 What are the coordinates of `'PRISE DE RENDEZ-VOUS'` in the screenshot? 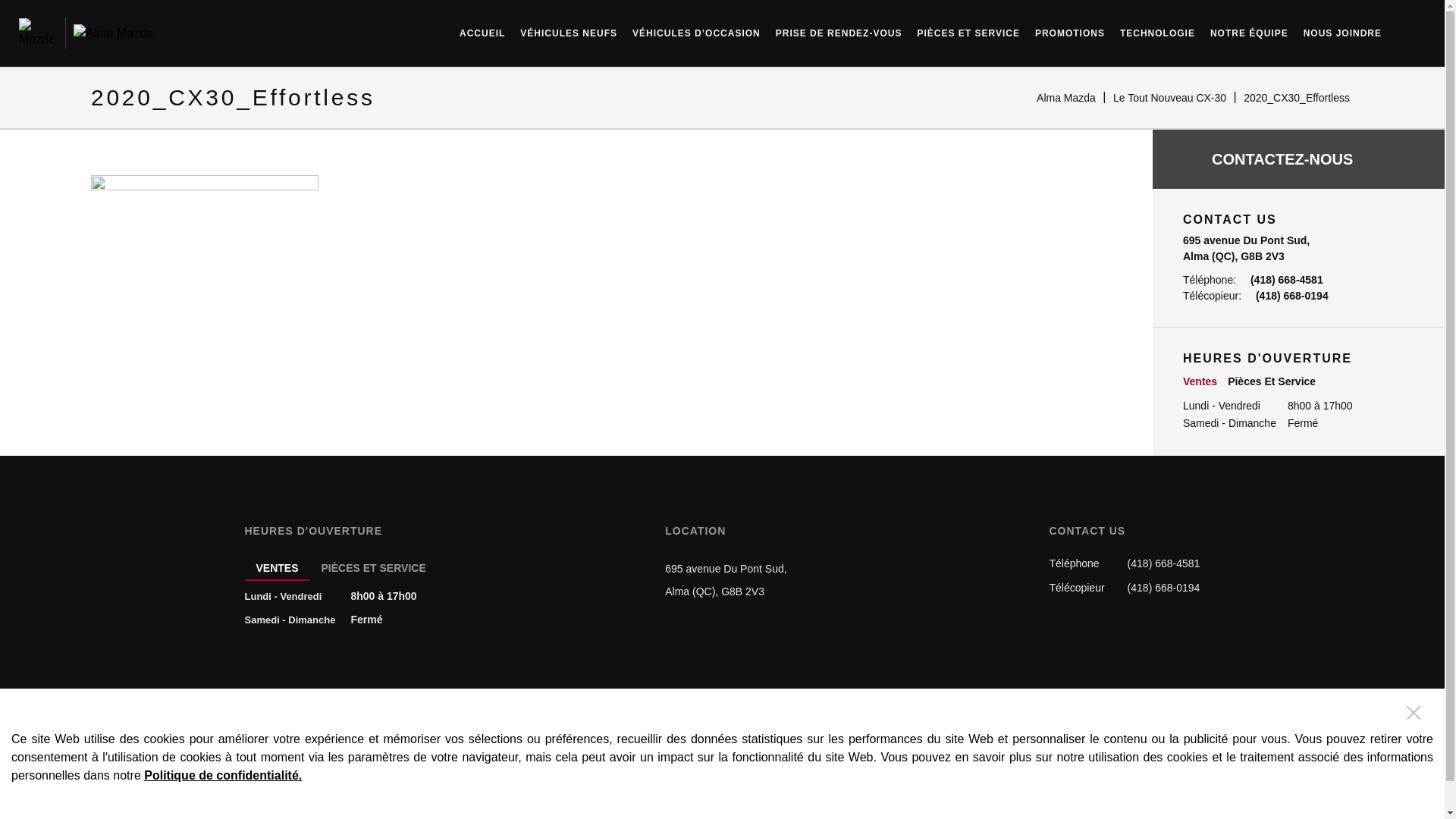 It's located at (838, 30).